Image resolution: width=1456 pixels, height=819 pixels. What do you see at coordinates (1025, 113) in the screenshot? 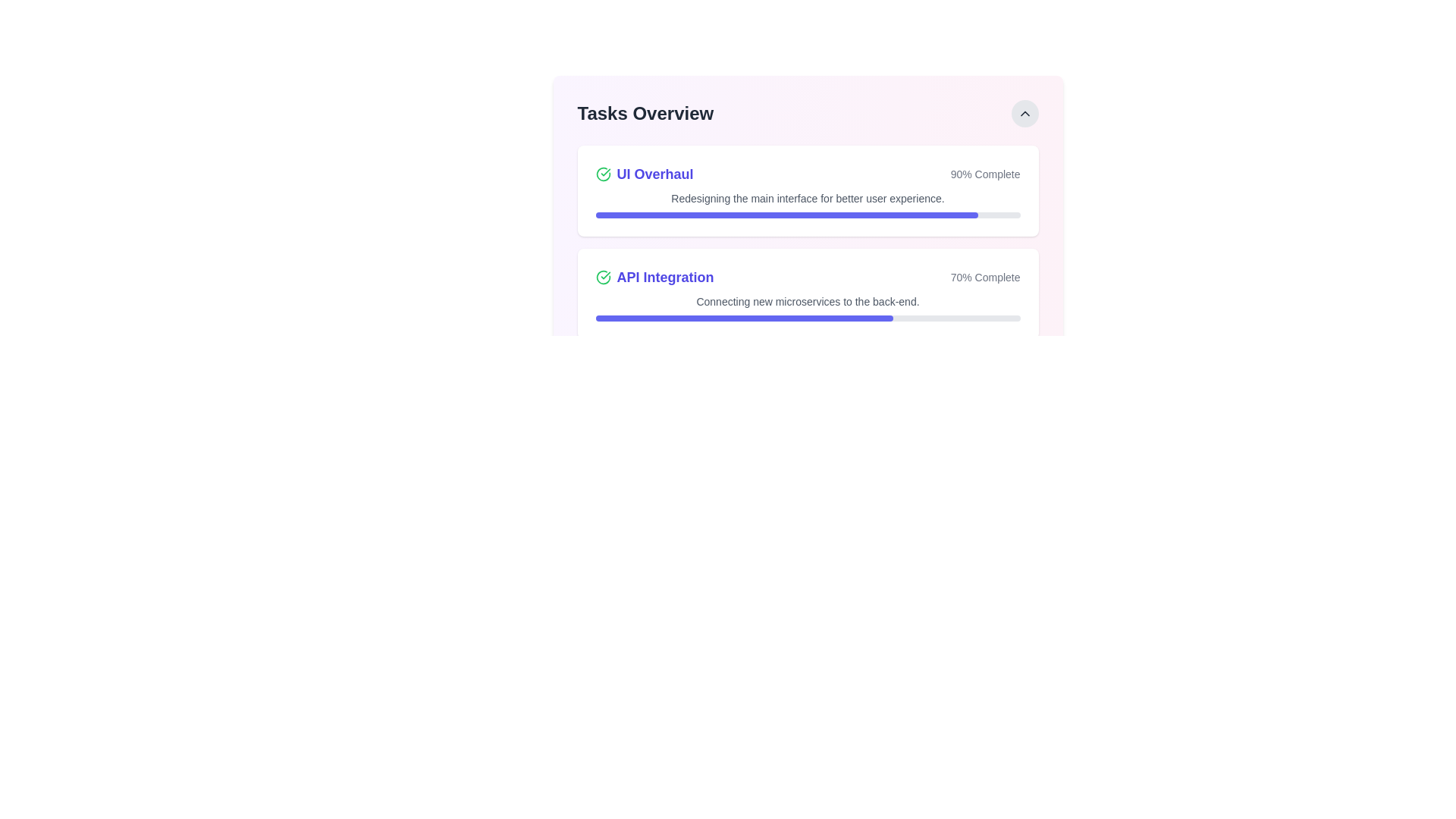
I see `the chevron button in the upper-right corner of the 'Tasks Overview' card` at bounding box center [1025, 113].